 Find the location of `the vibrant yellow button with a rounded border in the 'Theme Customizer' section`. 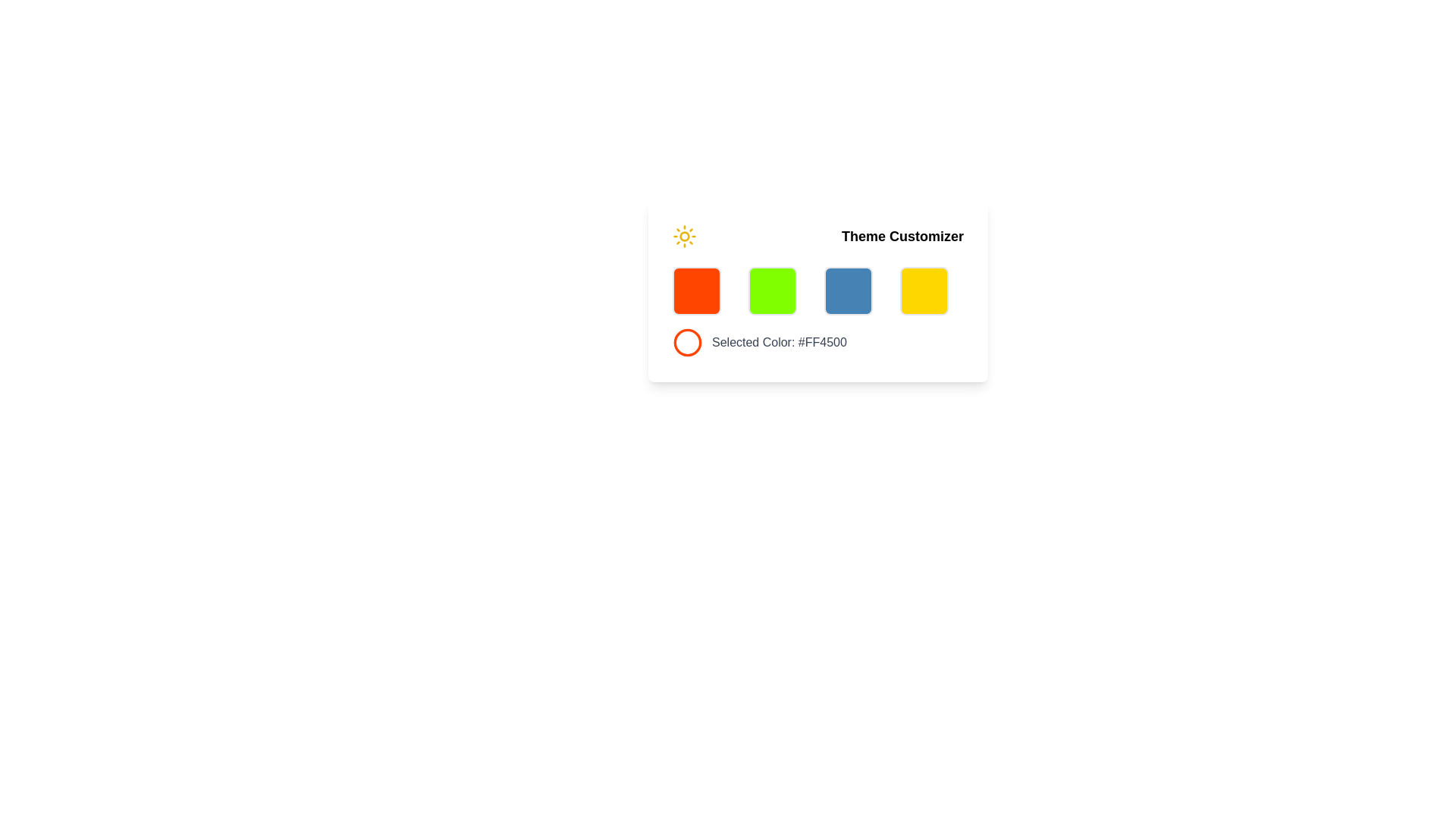

the vibrant yellow button with a rounded border in the 'Theme Customizer' section is located at coordinates (924, 291).